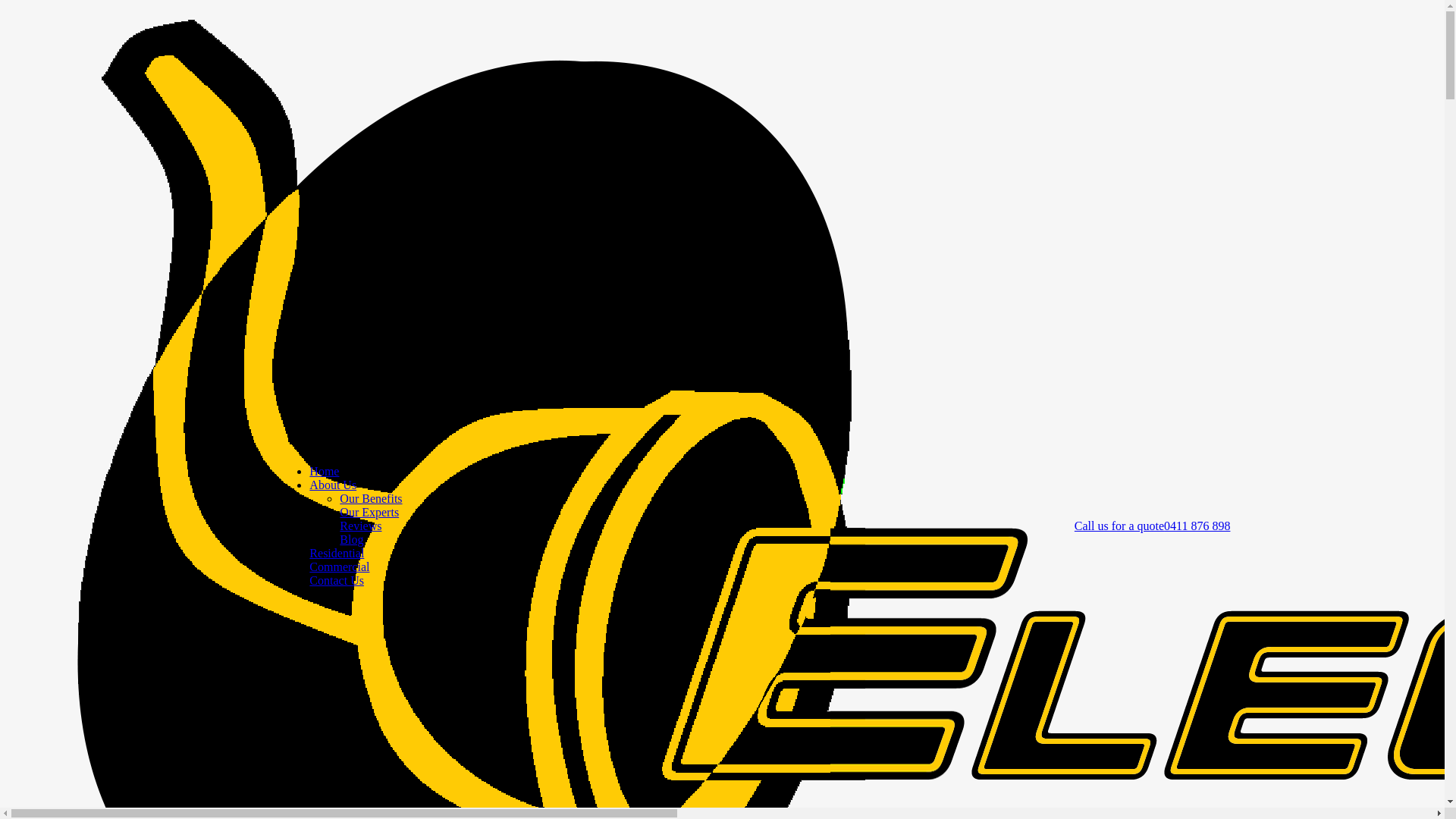  Describe the element at coordinates (331, 485) in the screenshot. I see `'About Us'` at that location.